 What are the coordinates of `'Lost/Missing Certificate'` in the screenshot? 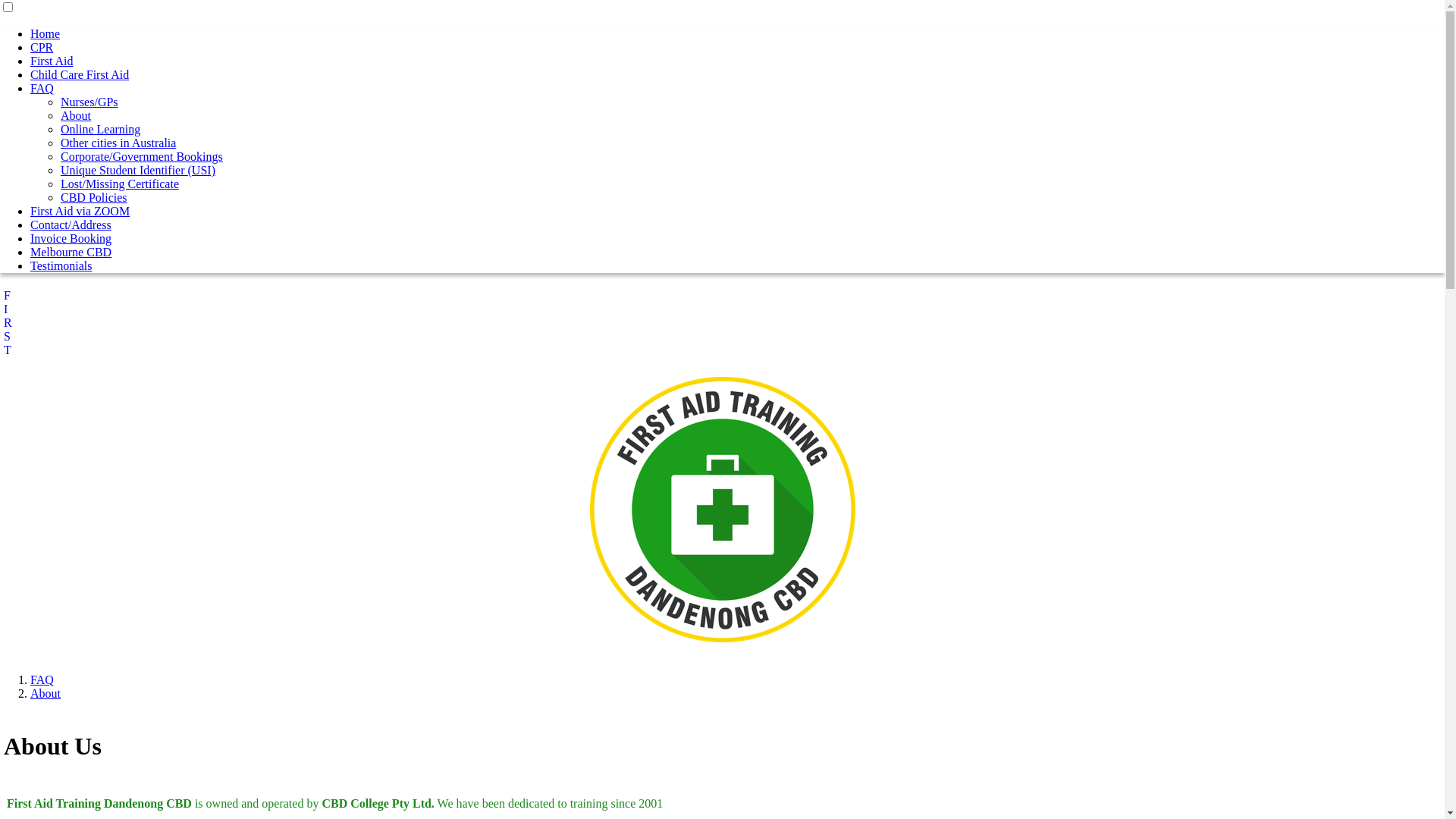 It's located at (119, 183).